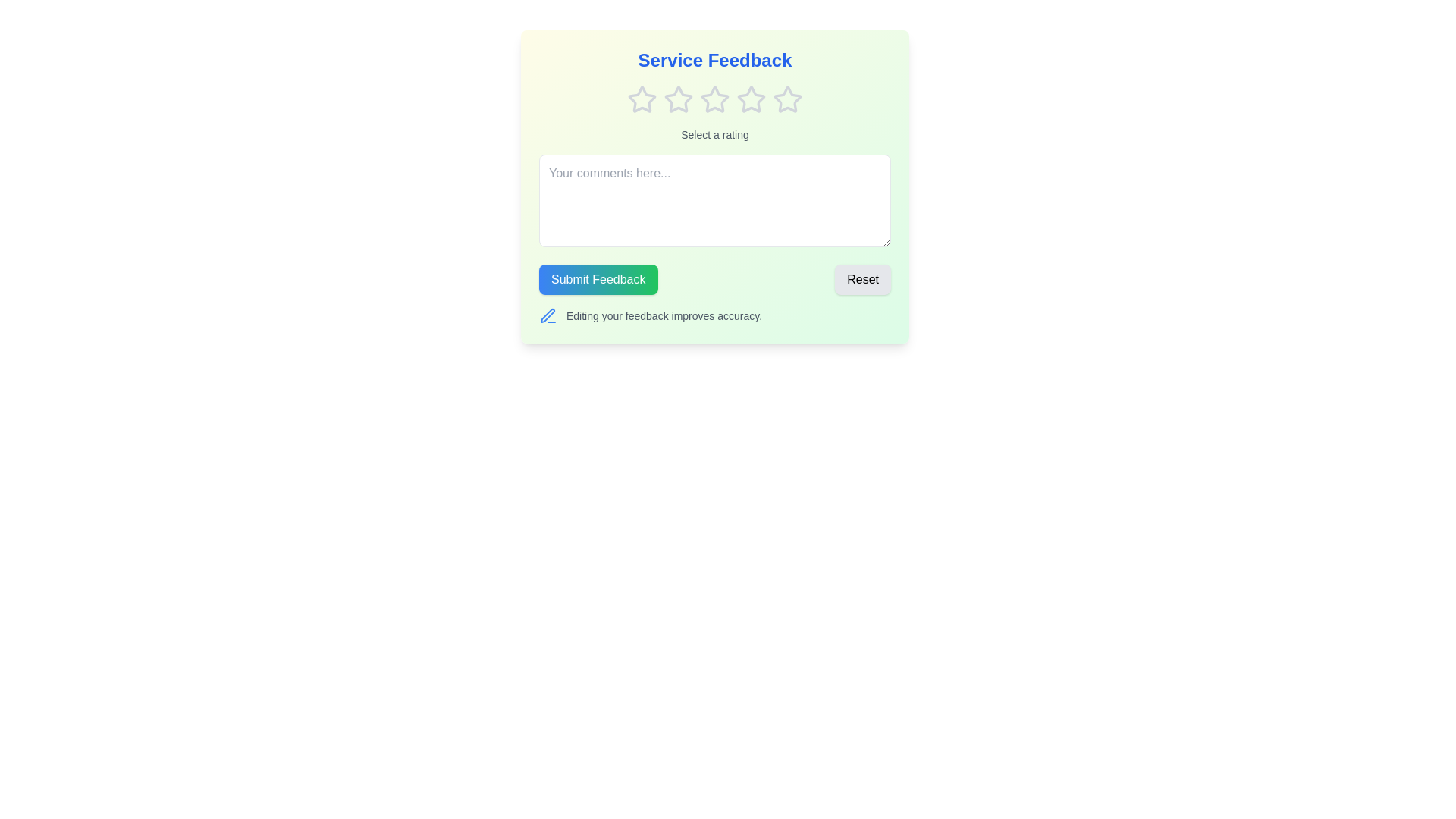 The image size is (1456, 819). I want to click on the decorative indicator icon located at the bottom left section of the service feedback card interface, which symbolizes an editing action, so click(547, 315).